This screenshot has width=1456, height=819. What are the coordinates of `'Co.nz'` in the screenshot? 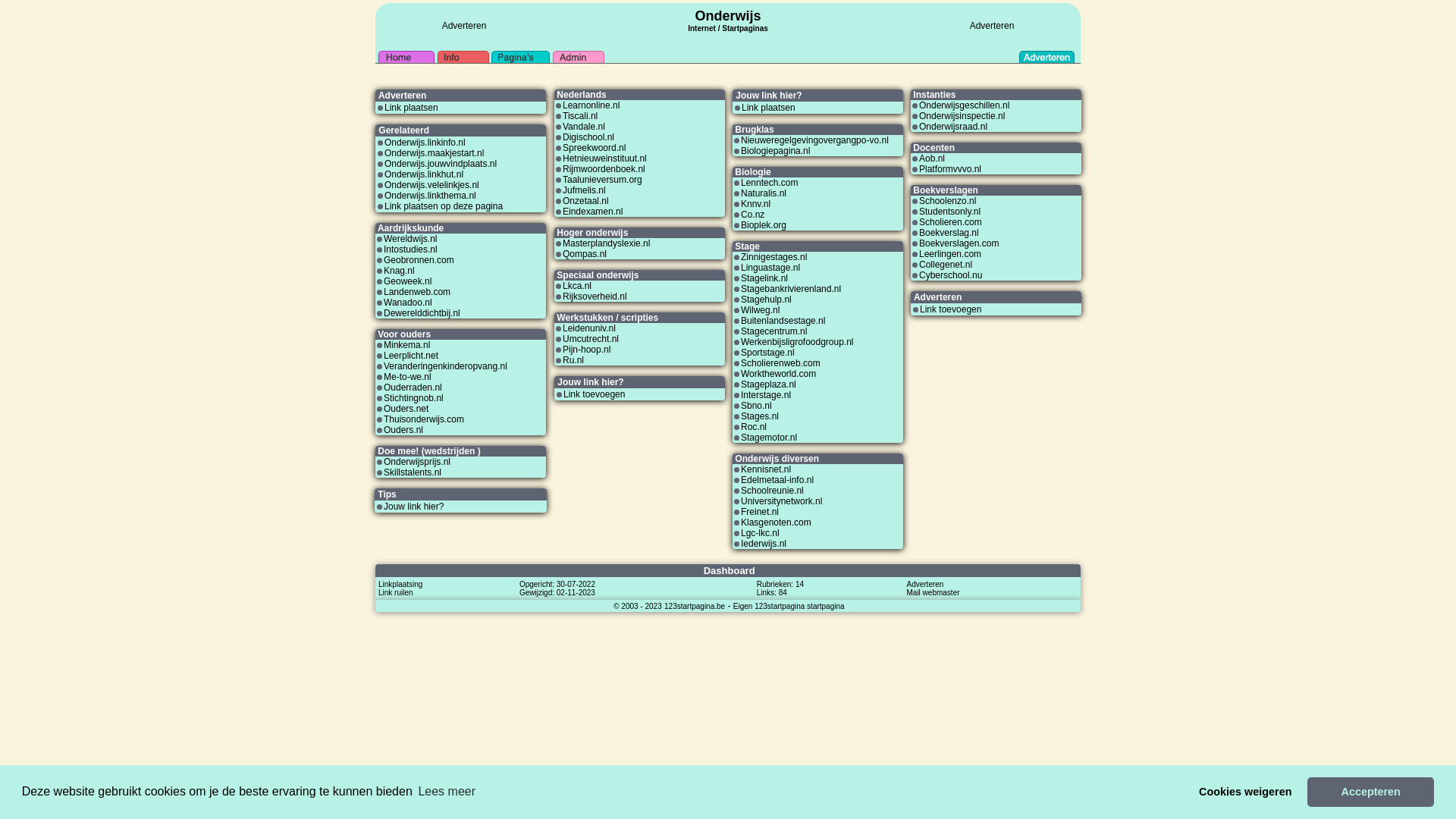 It's located at (741, 214).